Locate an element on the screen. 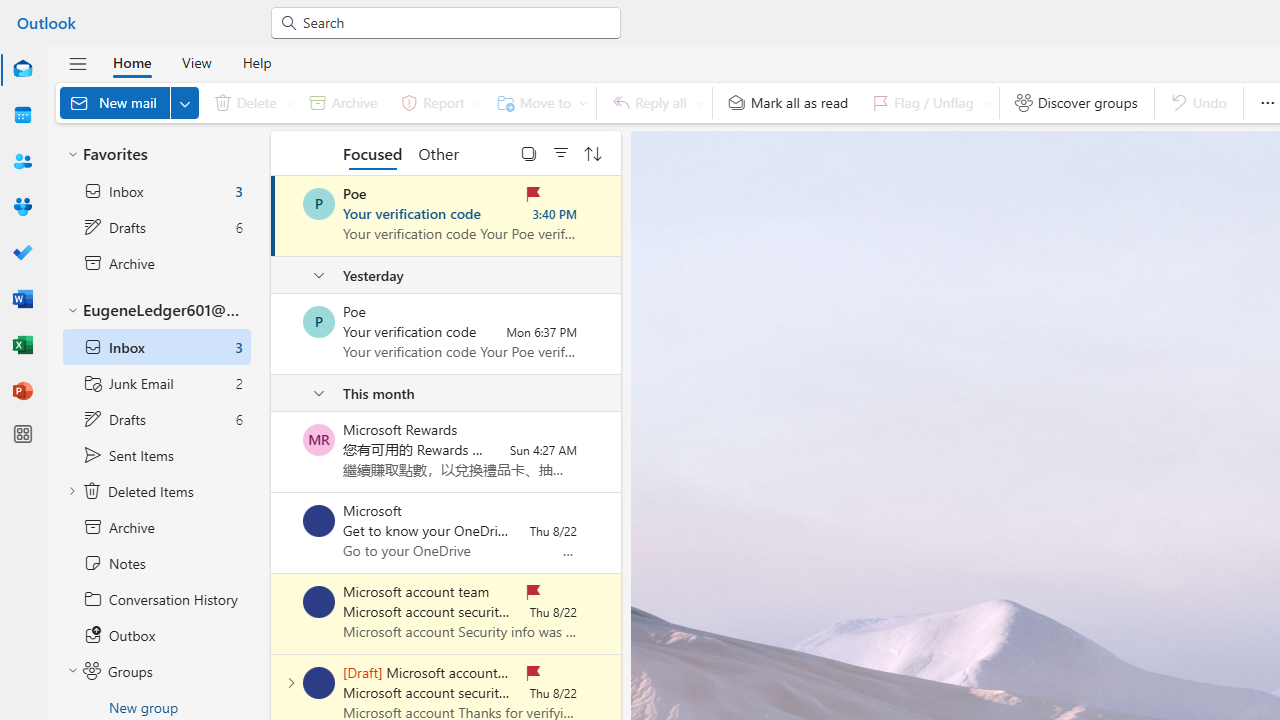 Image resolution: width=1280 pixels, height=720 pixels. 'Inbox selected 3 unread' is located at coordinates (155, 346).